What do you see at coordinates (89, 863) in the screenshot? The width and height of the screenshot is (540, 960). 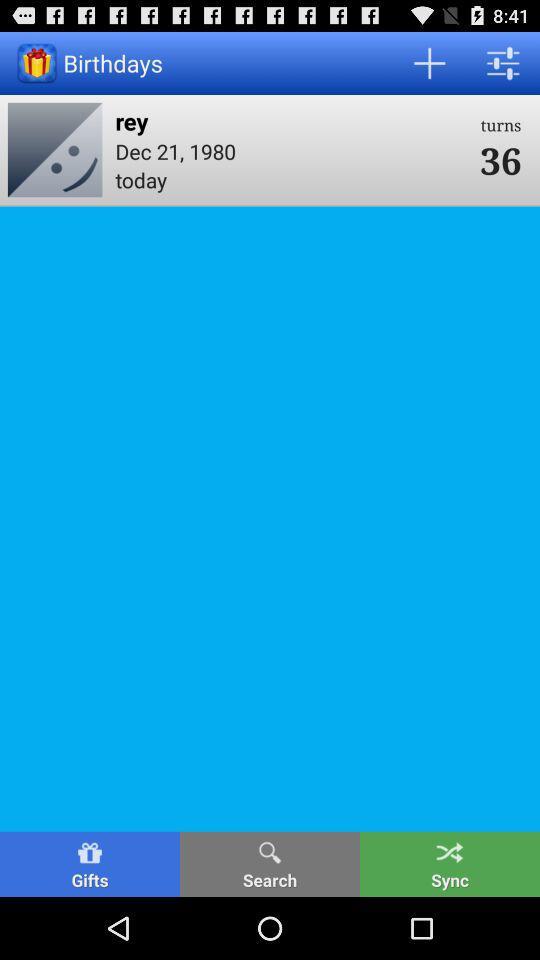 I see `icon to the left of search icon` at bounding box center [89, 863].